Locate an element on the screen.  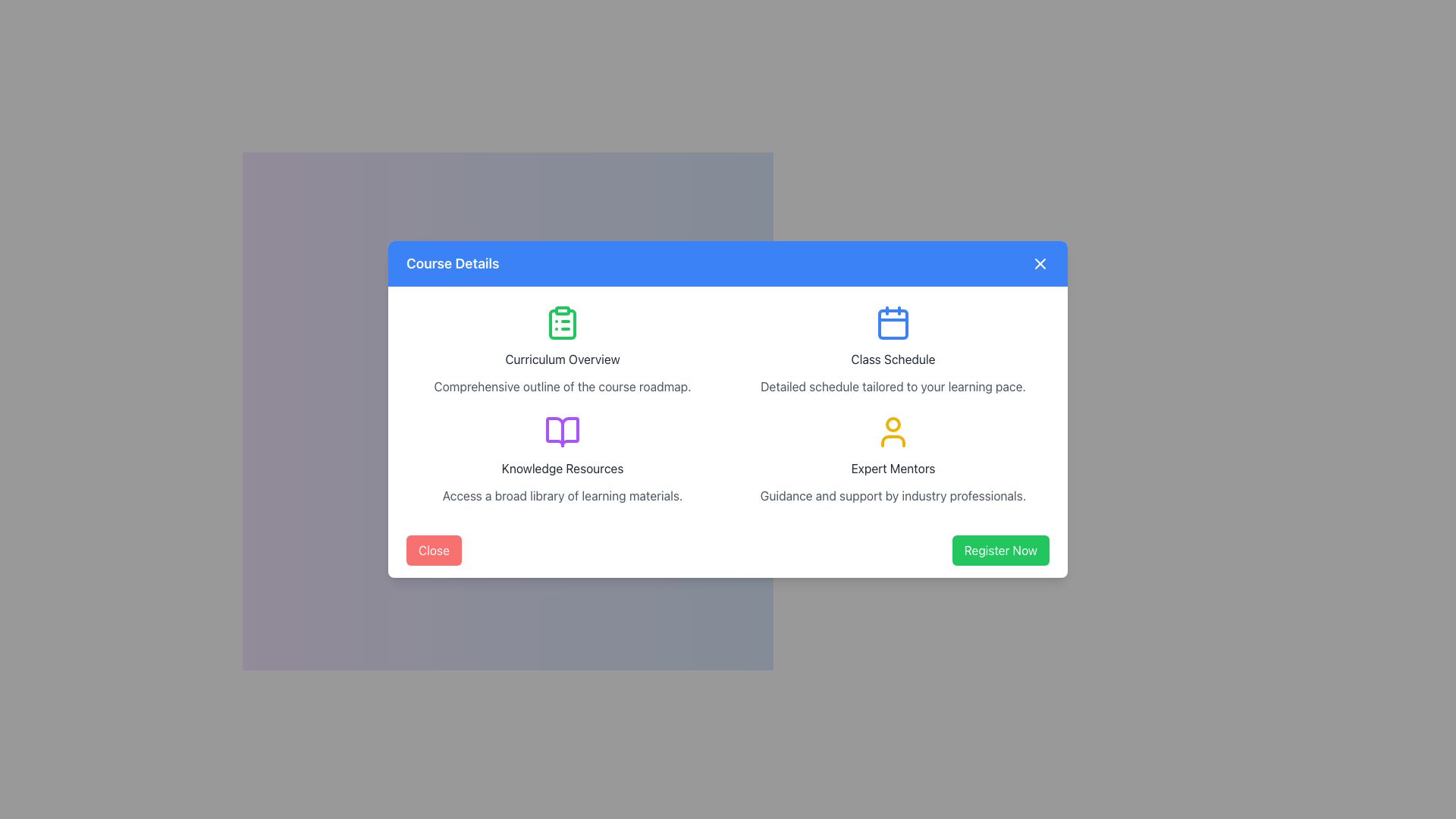
the descriptive text label providing context about the 'Expert Mentors' feature, which is located below another text element labeled 'Expert Mentors' in the lower right portion of the card is located at coordinates (893, 496).